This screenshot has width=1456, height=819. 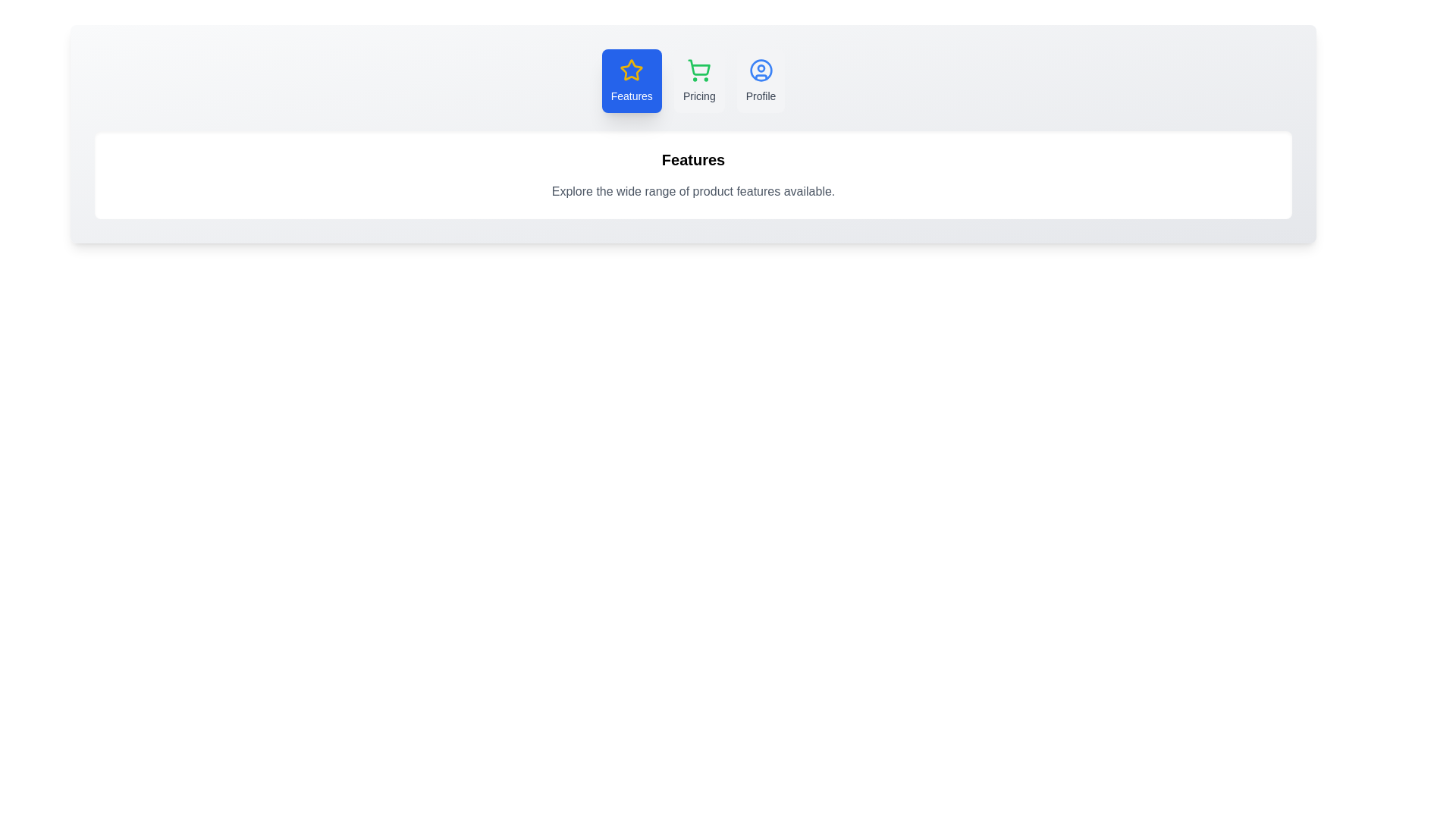 What do you see at coordinates (761, 81) in the screenshot?
I see `the tab labeled Profile by clicking on its button` at bounding box center [761, 81].